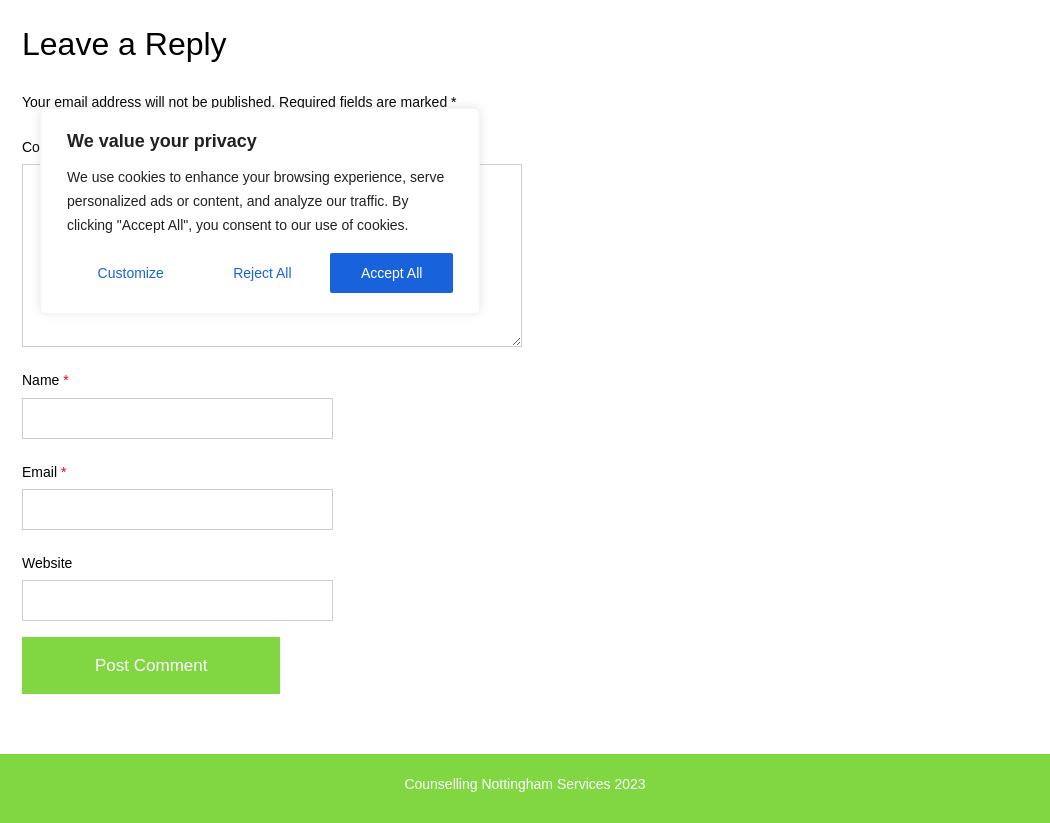  Describe the element at coordinates (391, 272) in the screenshot. I see `'Accept All'` at that location.